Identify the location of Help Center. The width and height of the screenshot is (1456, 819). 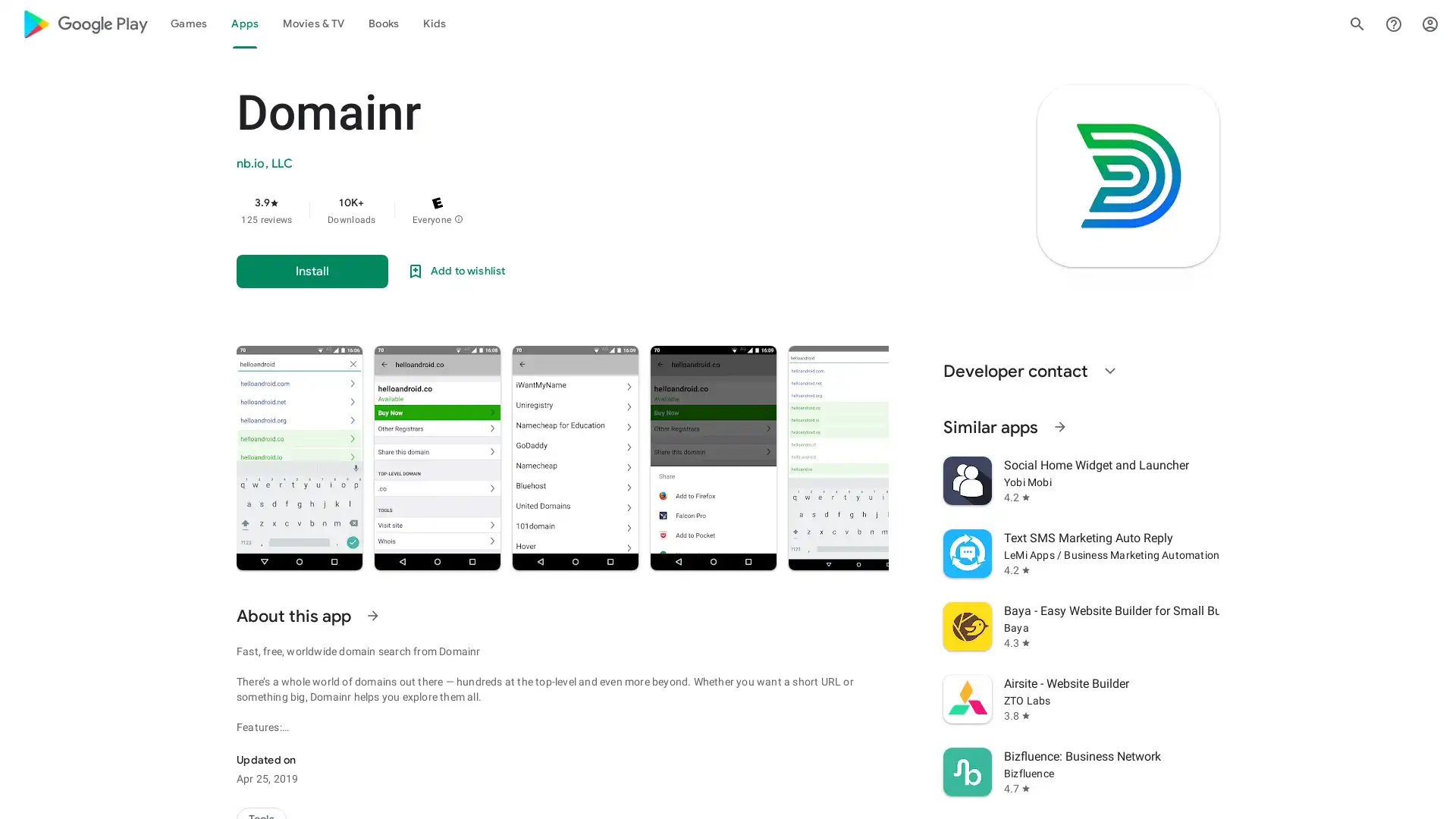
(1394, 24).